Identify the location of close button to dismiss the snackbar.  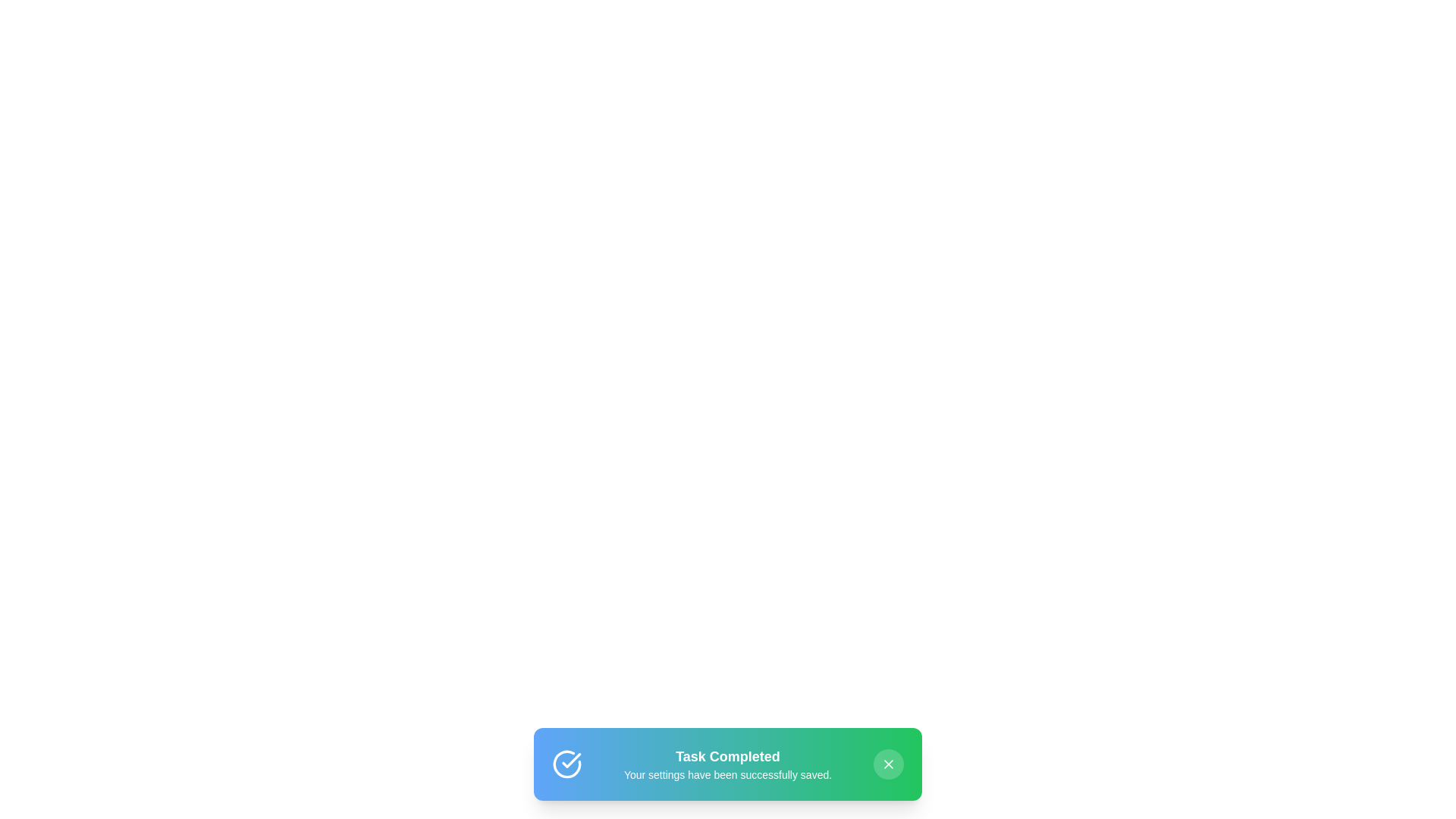
(888, 764).